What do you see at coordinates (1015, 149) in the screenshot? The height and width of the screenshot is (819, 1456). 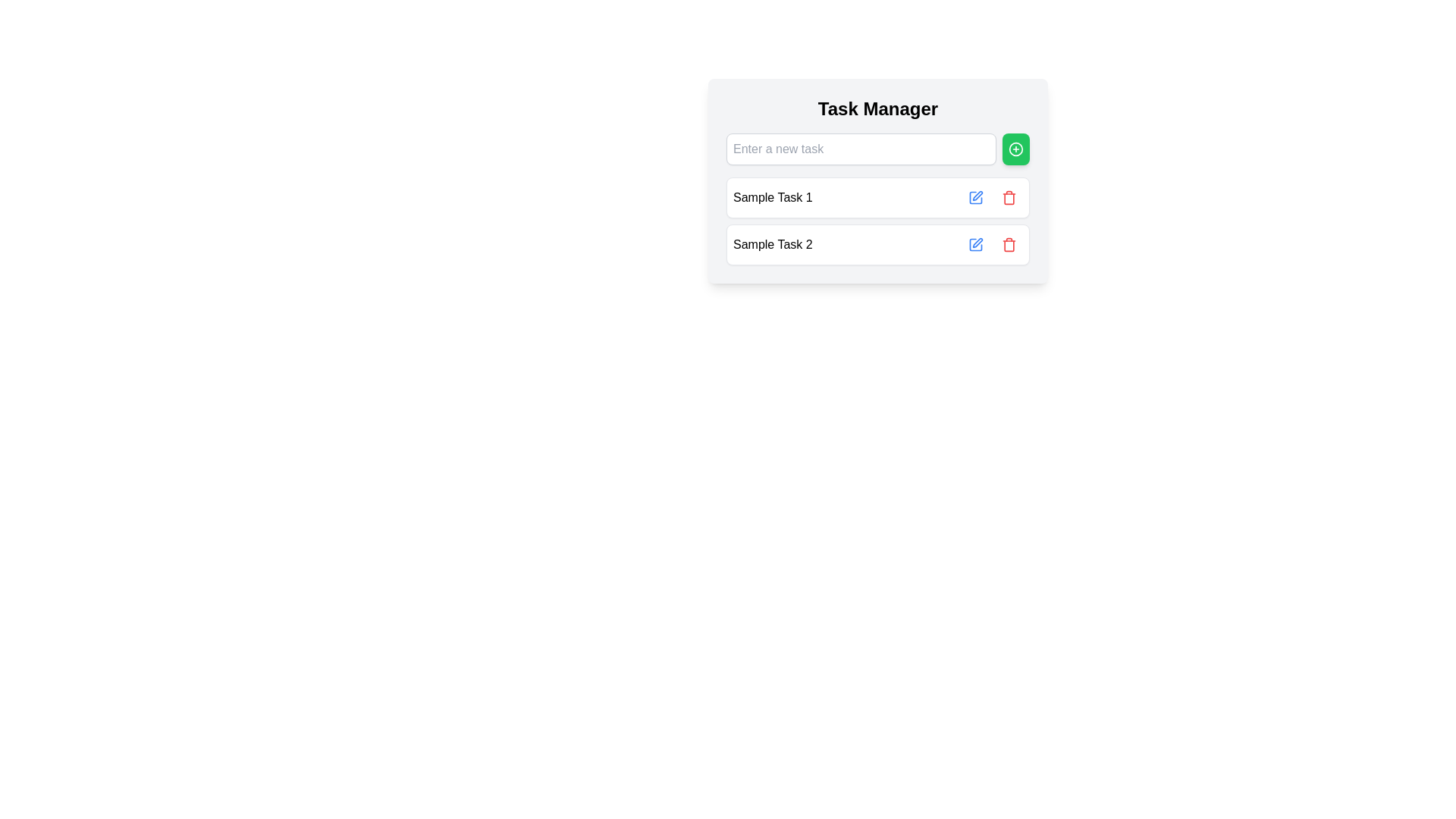 I see `the green button with a white '+' icon located to the right of the 'Enter a new task' input field in the task manager interface` at bounding box center [1015, 149].